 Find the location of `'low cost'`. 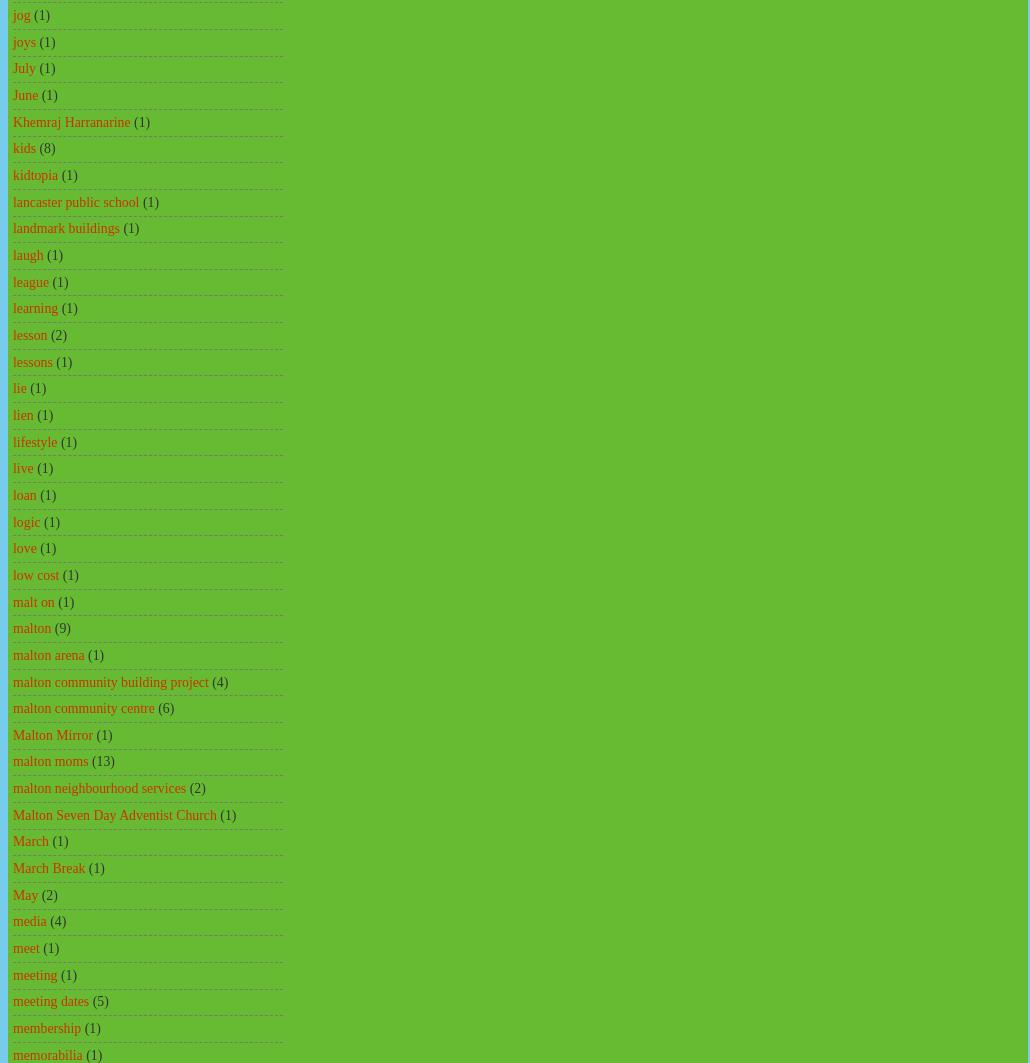

'low cost' is located at coordinates (36, 573).